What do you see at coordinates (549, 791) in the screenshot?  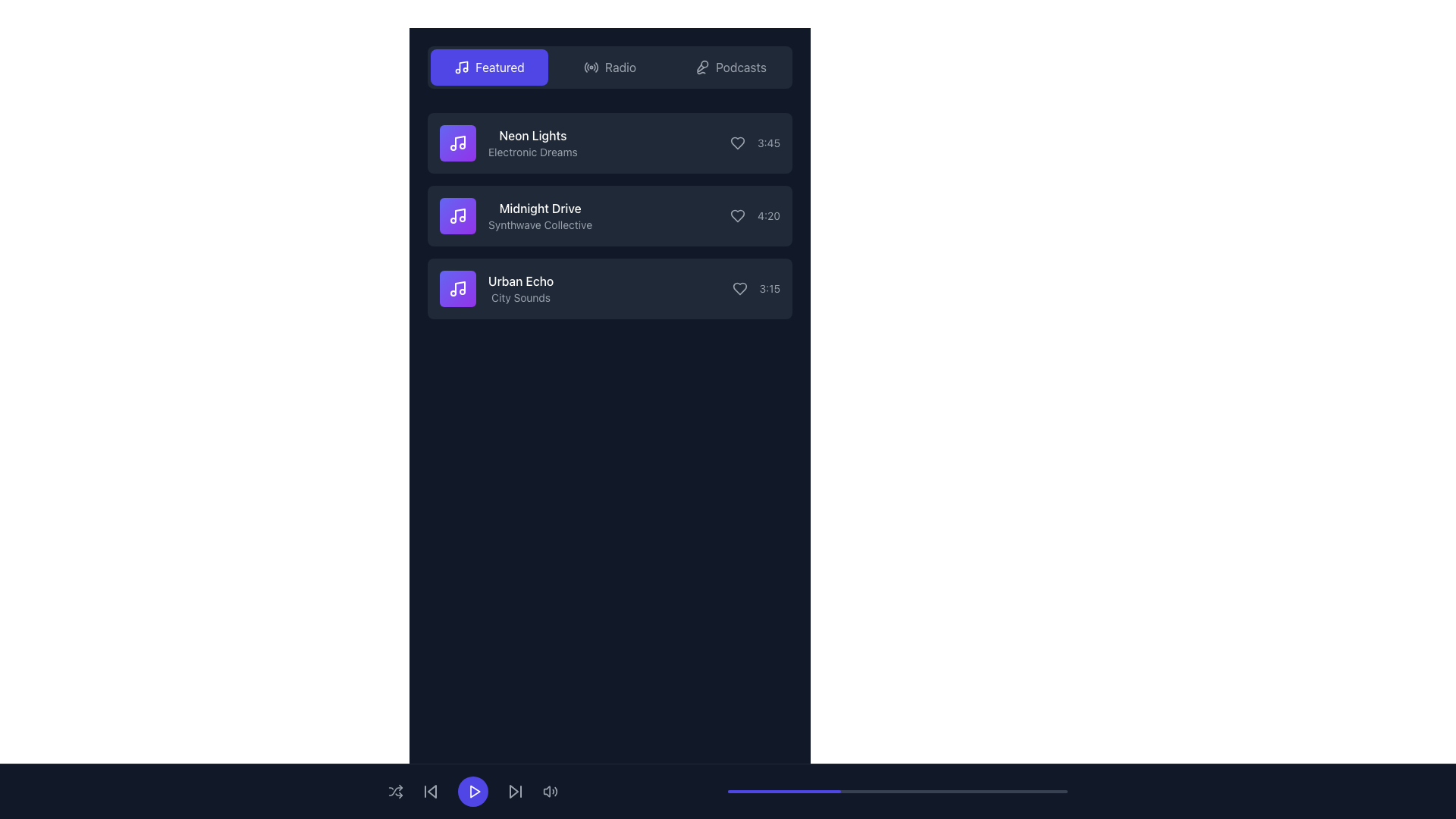 I see `the speaker icon with sound waves, styled in light gray, located at the bottom-right corner of the interface to change its styling to white` at bounding box center [549, 791].